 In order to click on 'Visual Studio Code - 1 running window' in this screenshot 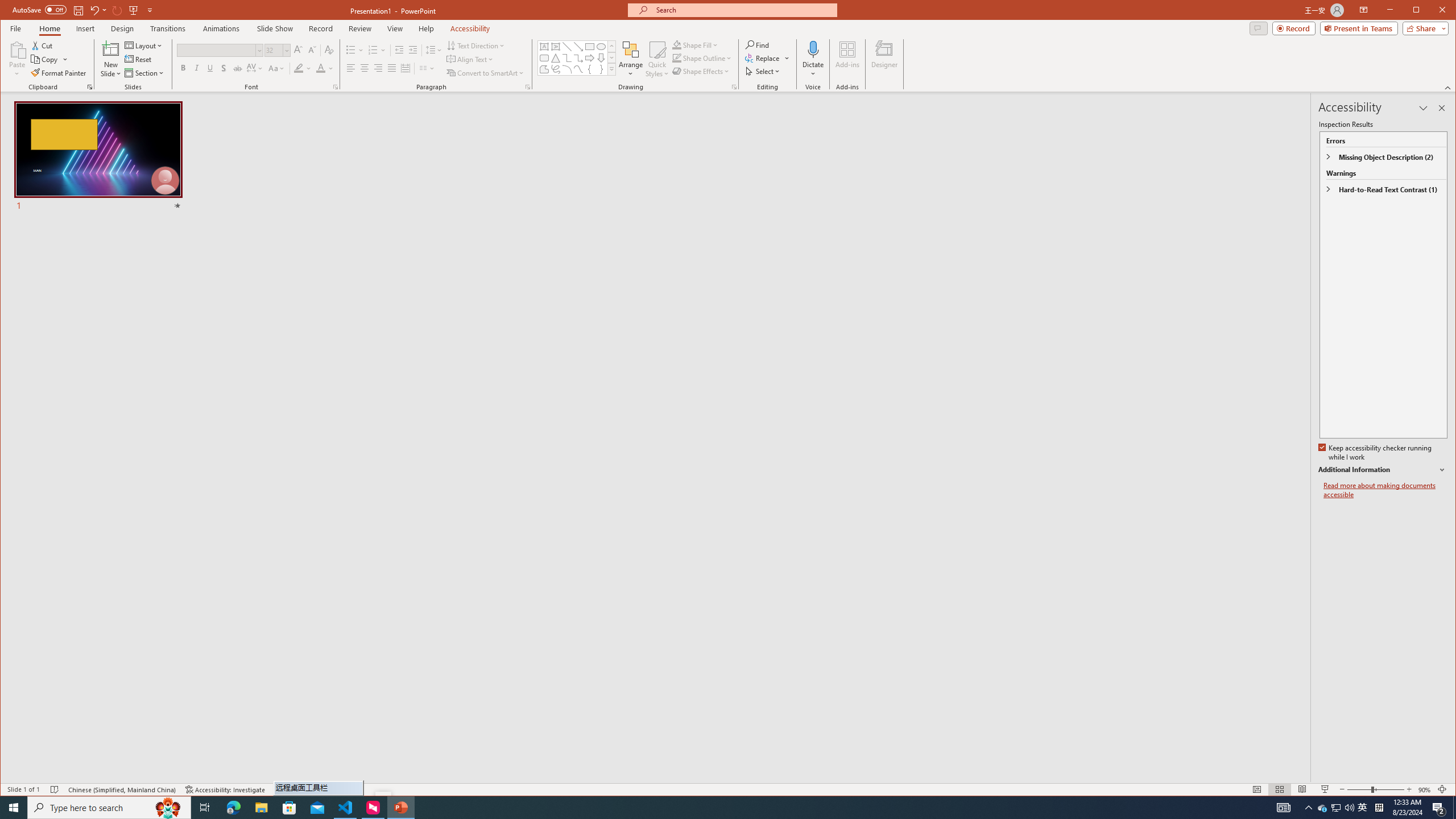, I will do `click(345, 806)`.